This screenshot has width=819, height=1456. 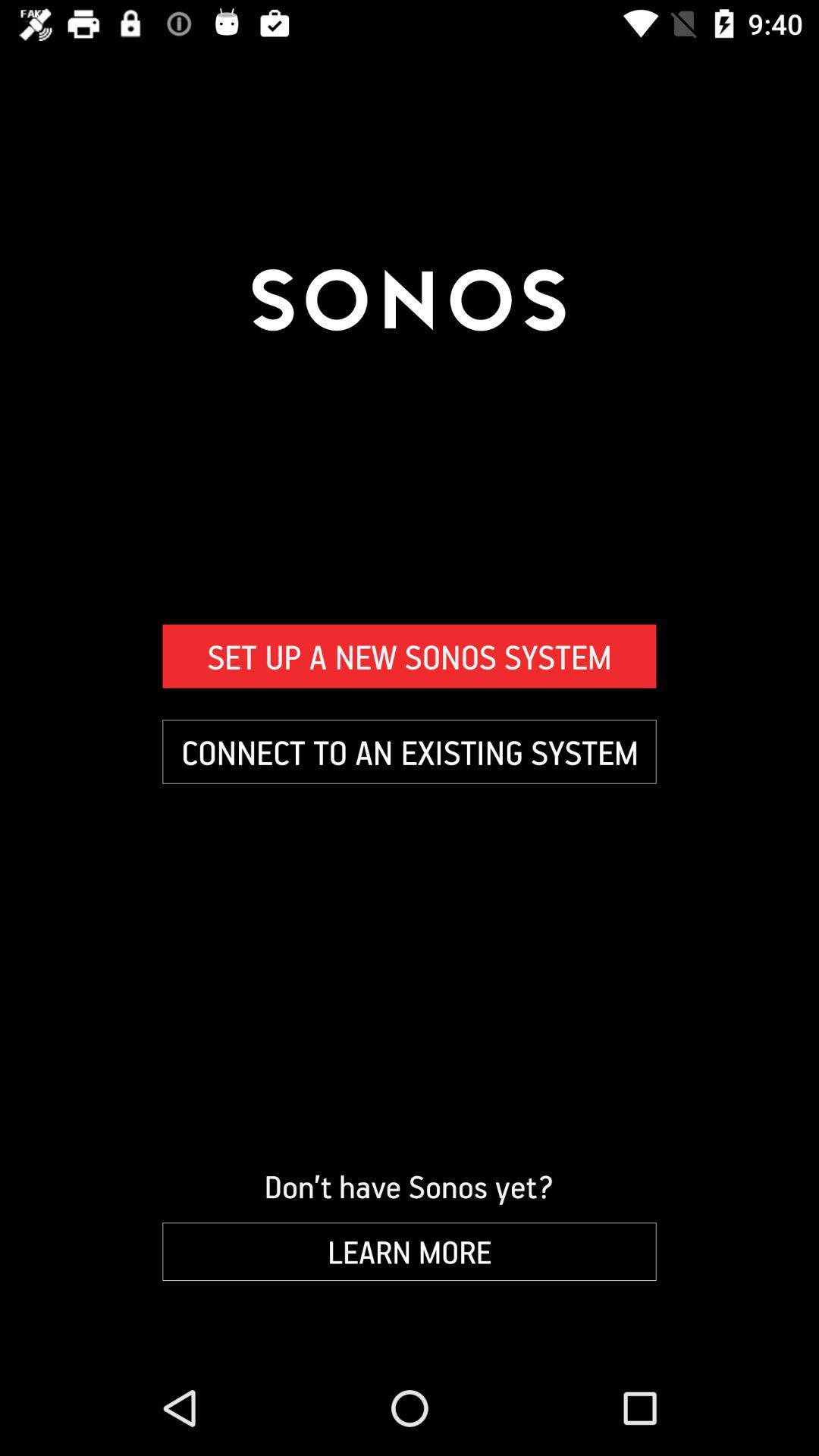 What do you see at coordinates (409, 1251) in the screenshot?
I see `the item below don t have item` at bounding box center [409, 1251].